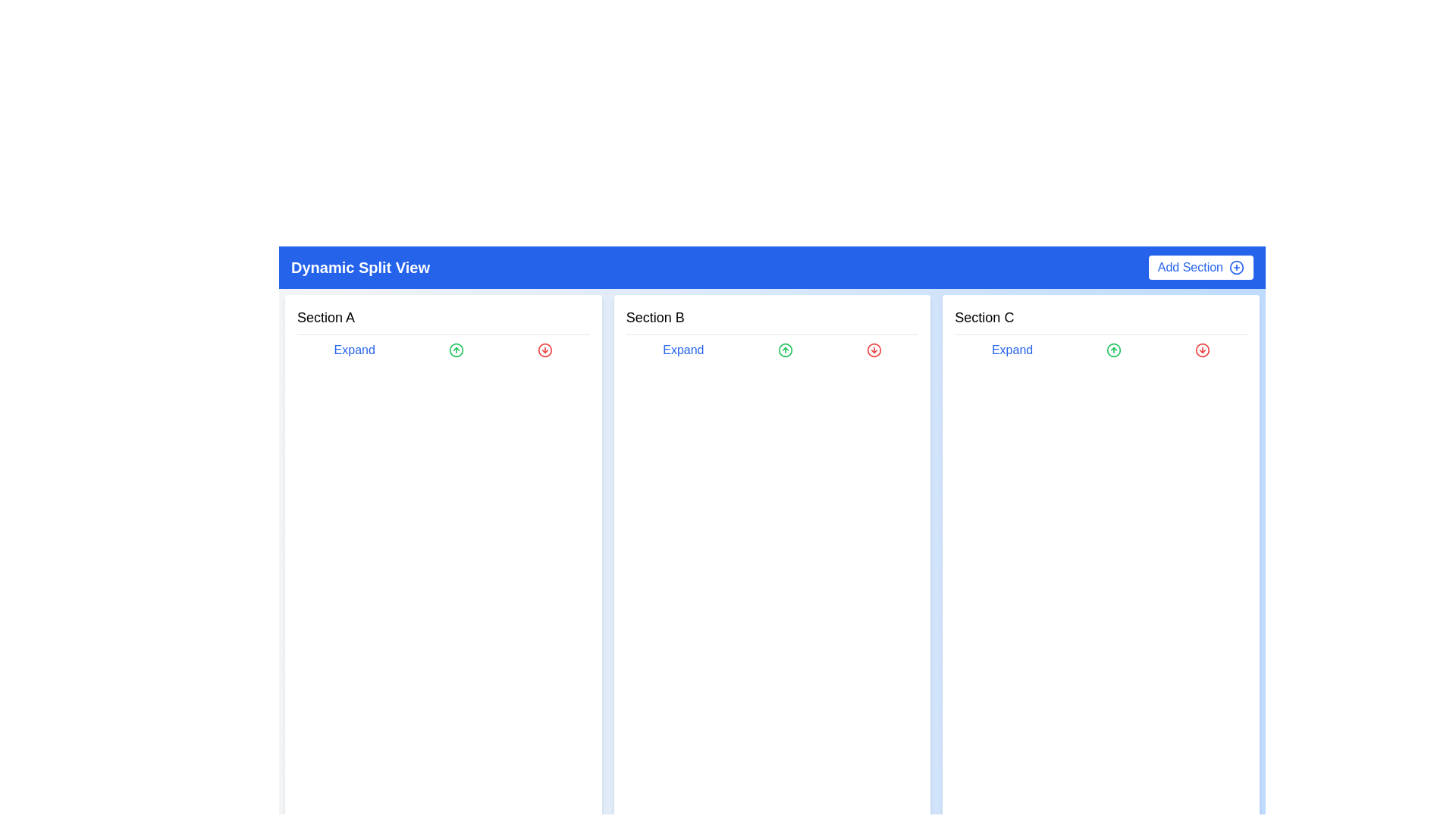  What do you see at coordinates (359, 267) in the screenshot?
I see `the Text Label that serves as the title or label for the interface, located near the top-left corner of the blue header bar, adjacent to the 'Add Section' button` at bounding box center [359, 267].